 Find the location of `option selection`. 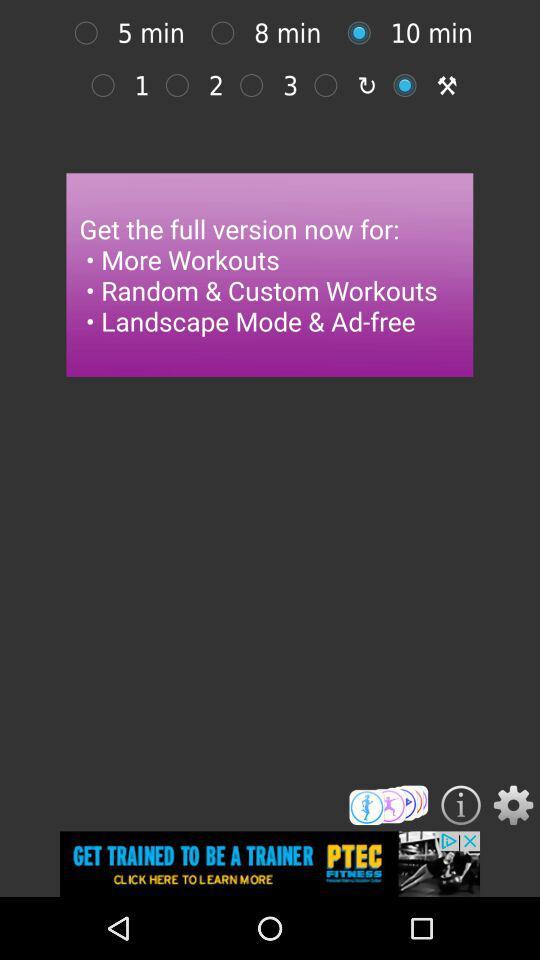

option selection is located at coordinates (226, 32).